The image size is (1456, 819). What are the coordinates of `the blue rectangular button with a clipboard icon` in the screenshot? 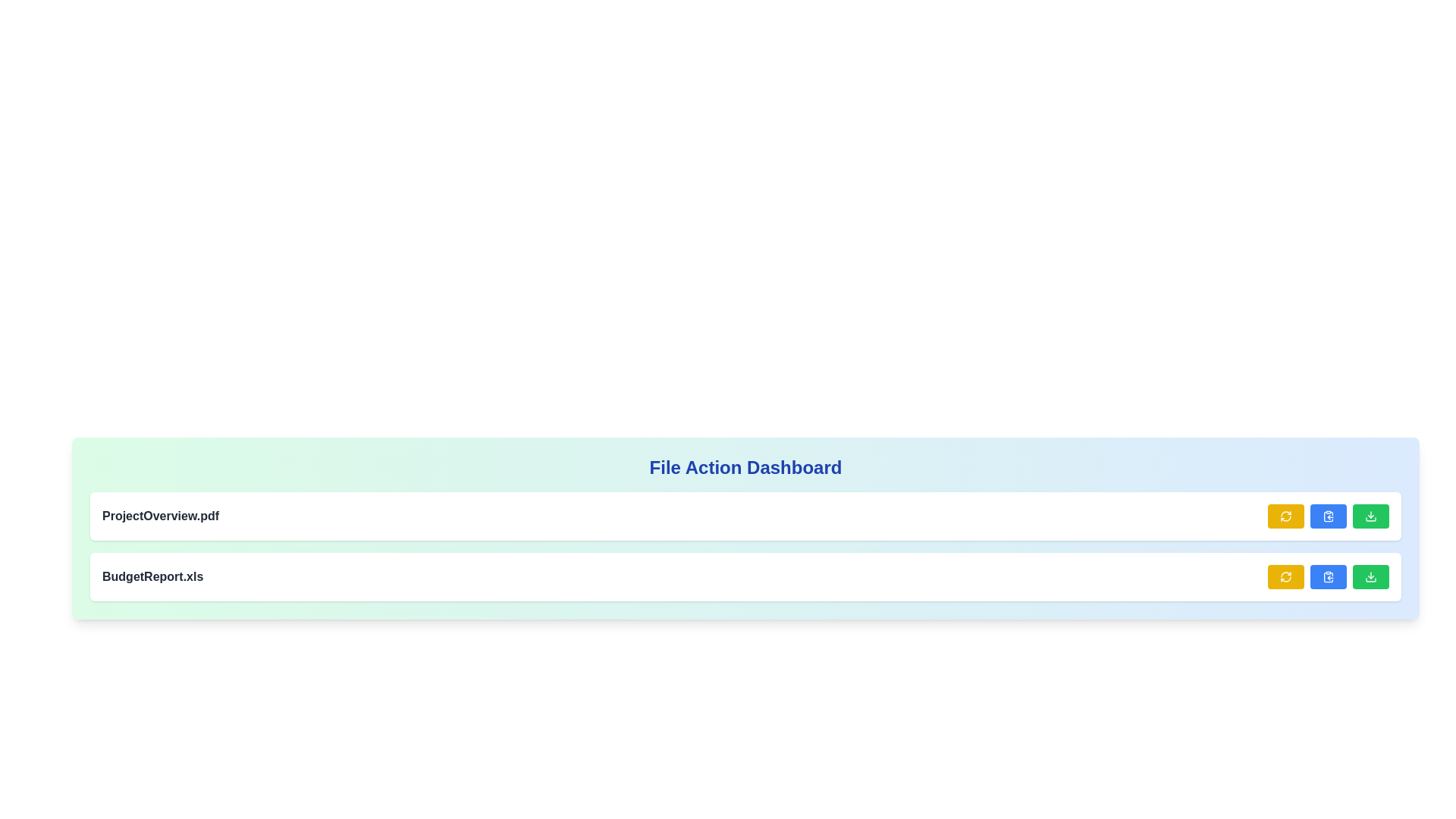 It's located at (1328, 576).